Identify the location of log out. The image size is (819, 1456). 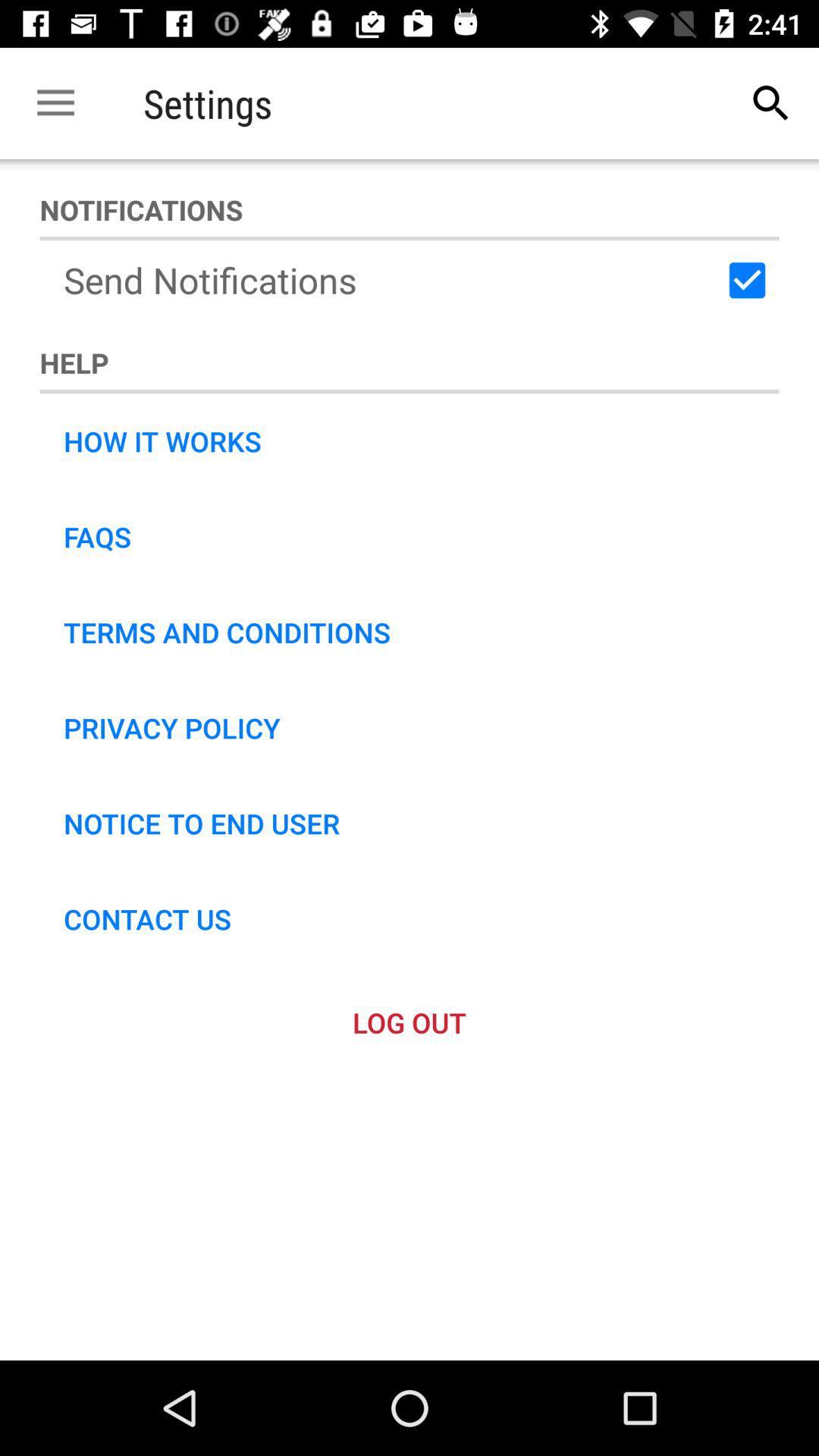
(409, 1022).